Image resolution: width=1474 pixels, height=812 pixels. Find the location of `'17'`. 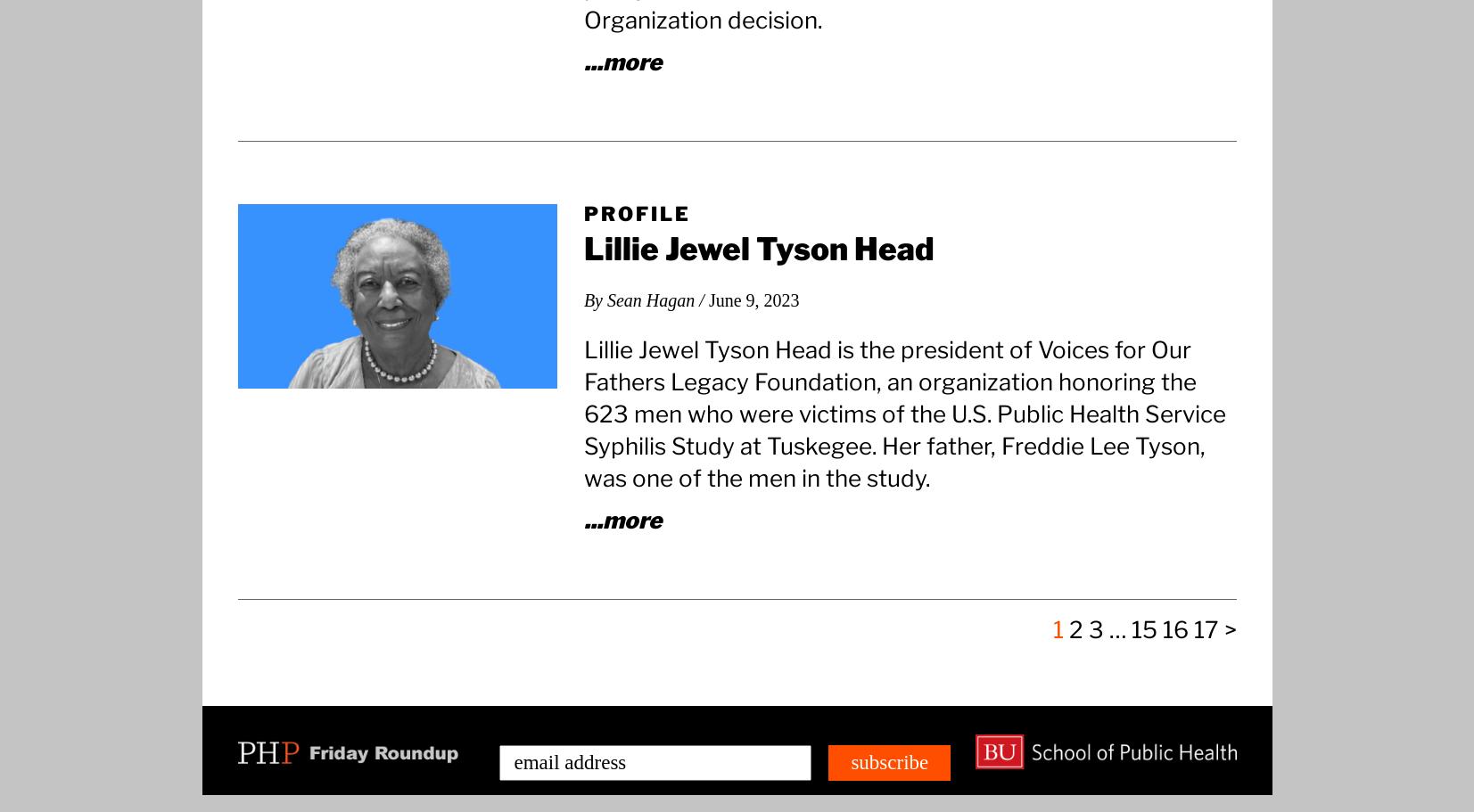

'17' is located at coordinates (1205, 628).